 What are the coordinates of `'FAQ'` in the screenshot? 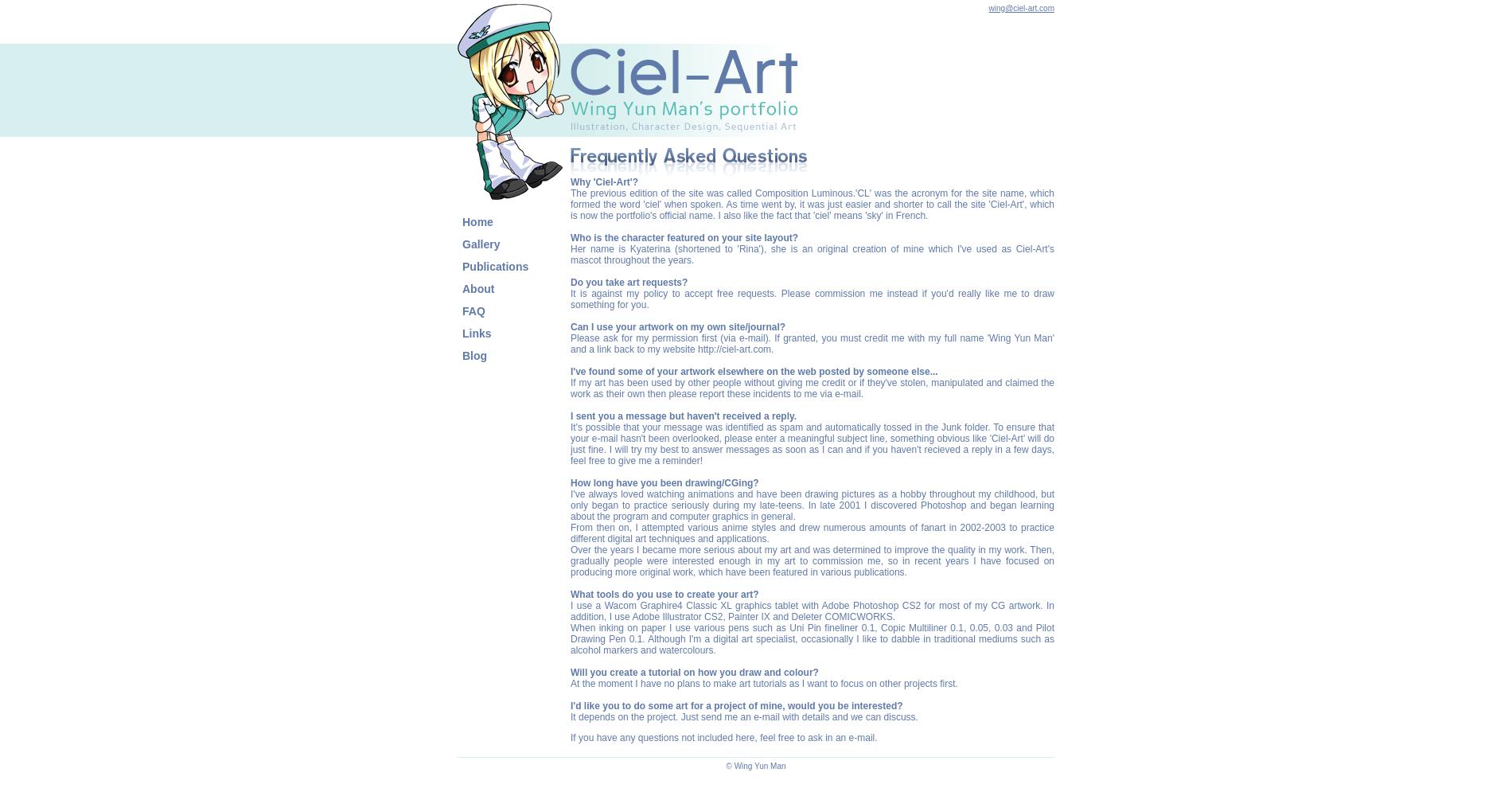 It's located at (473, 311).